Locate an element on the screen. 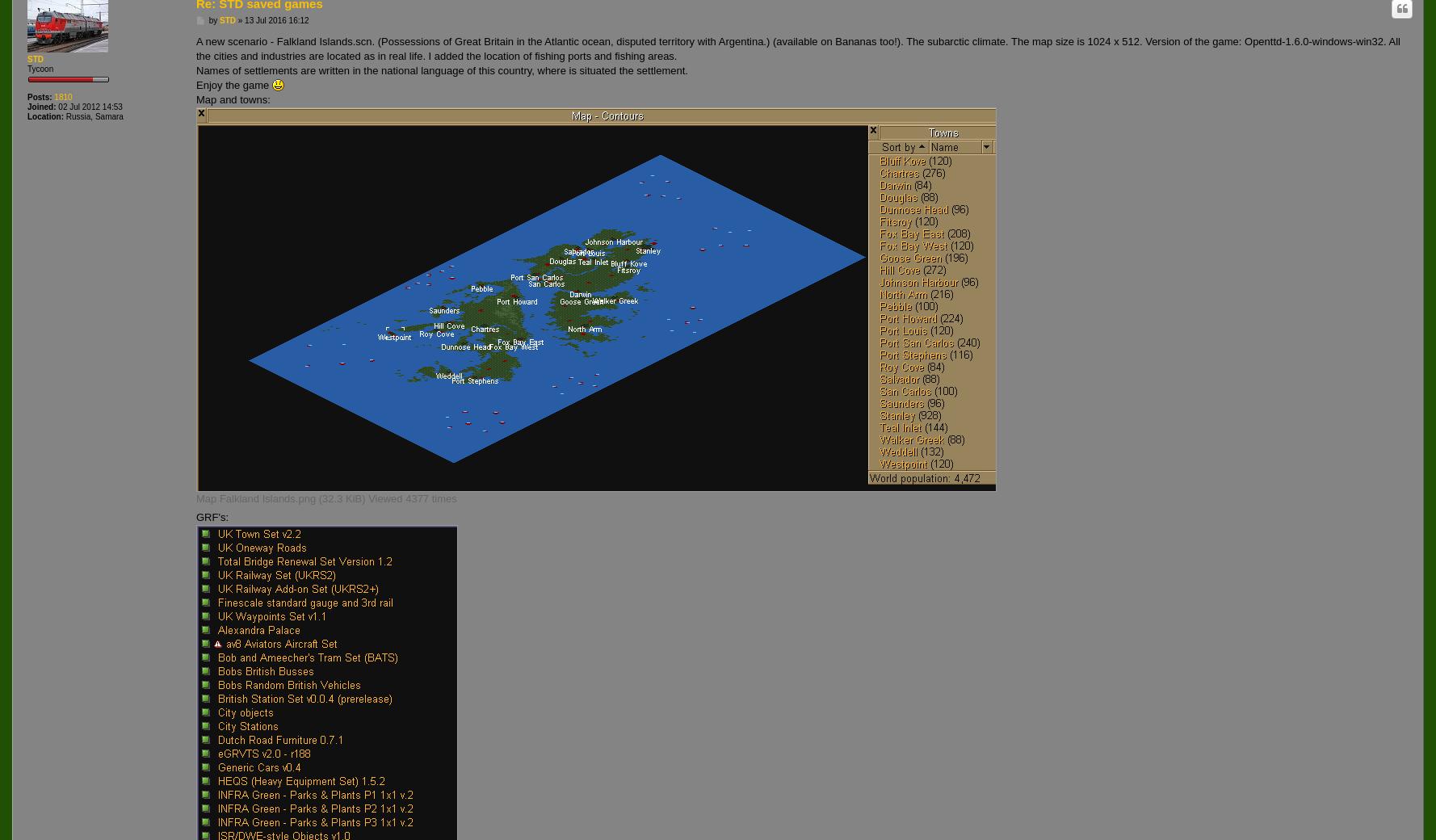 The image size is (1436, 840). 'Joined:' is located at coordinates (41, 107).